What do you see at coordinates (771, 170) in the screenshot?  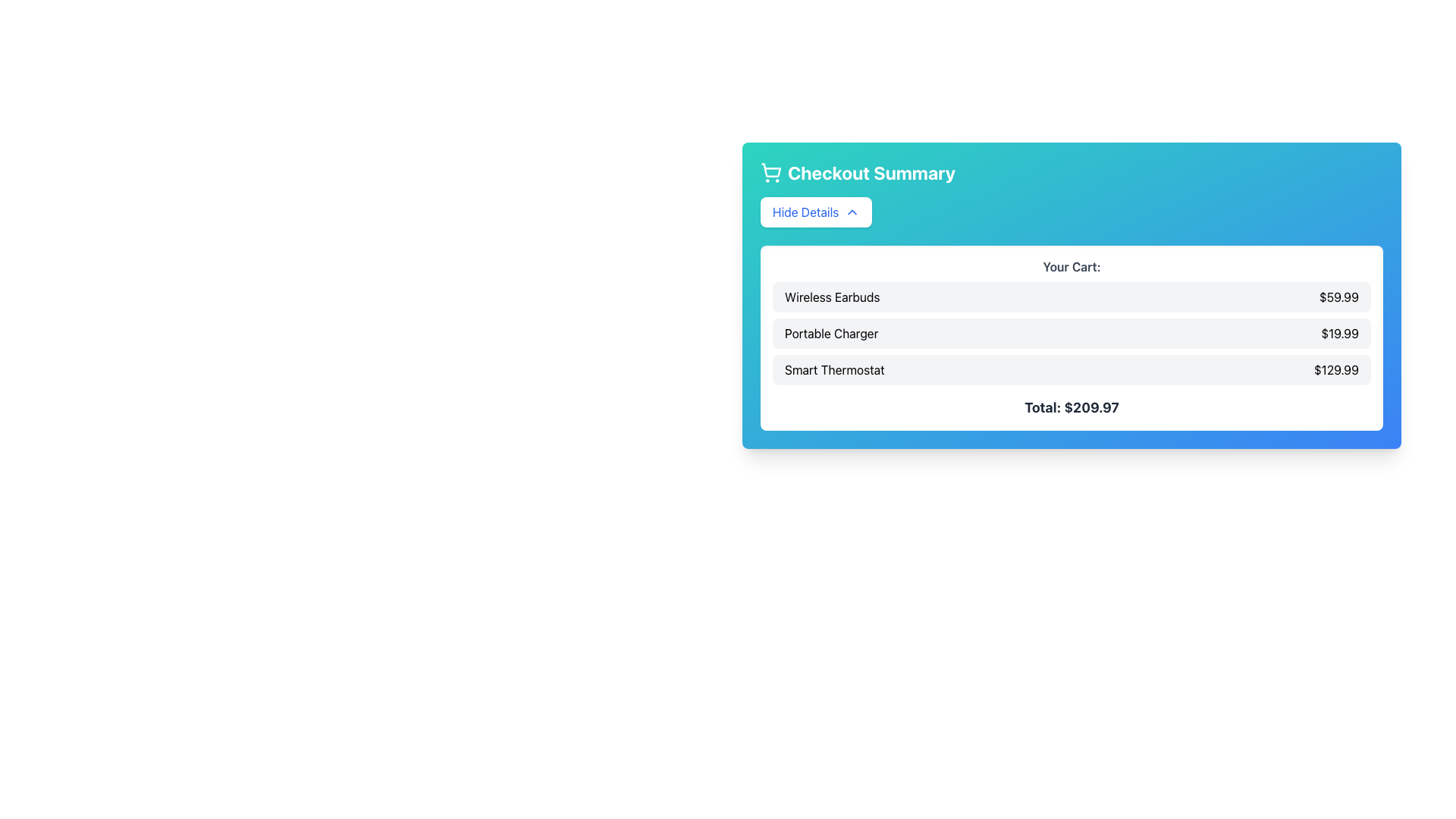 I see `the decorative visual element of the shopping cart icon located in the lower section of the icon, which is part of the checkout summary card` at bounding box center [771, 170].